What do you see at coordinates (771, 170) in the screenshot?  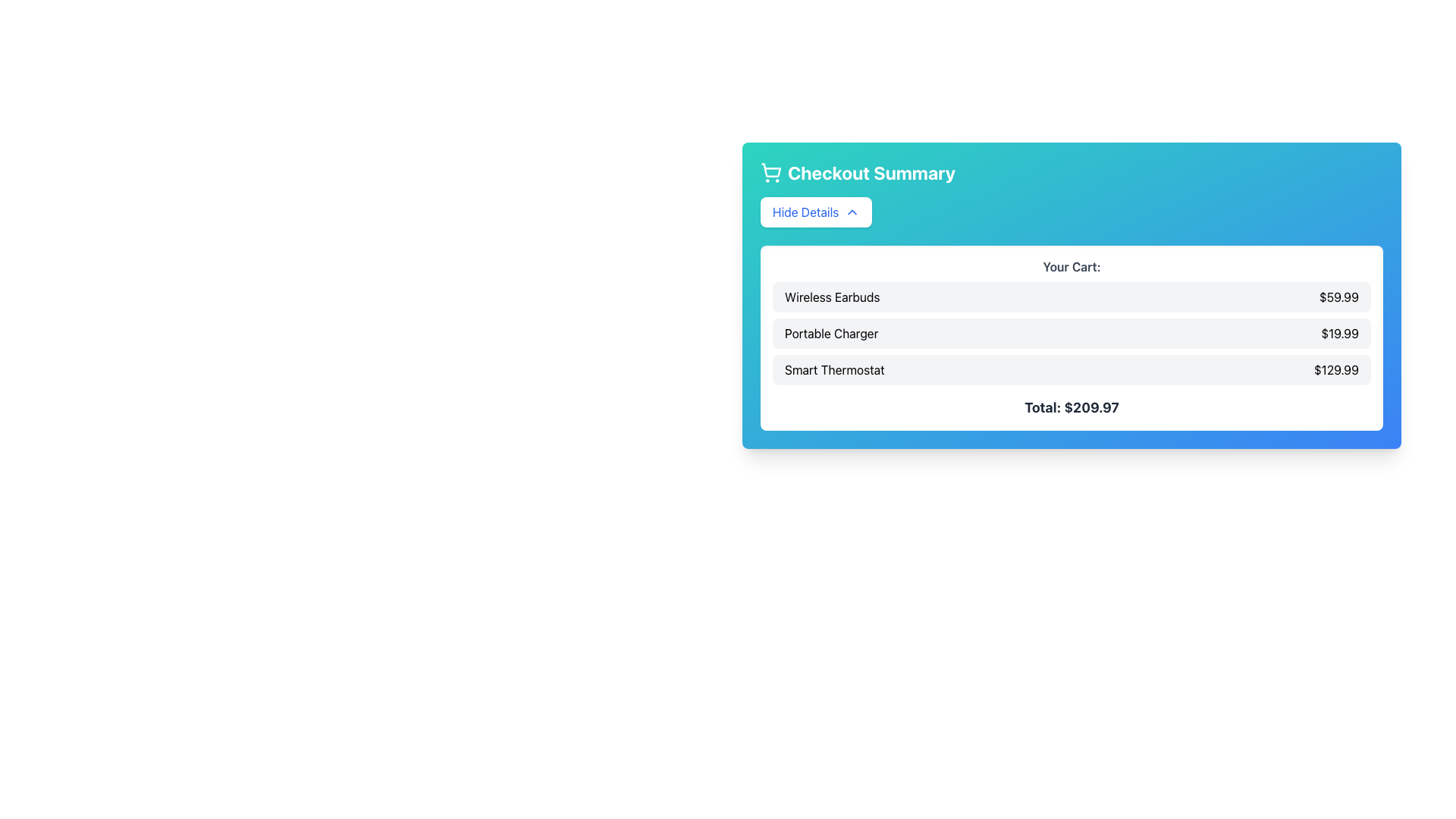 I see `the decorative visual element of the shopping cart icon located in the lower section of the icon, which is part of the checkout summary card` at bounding box center [771, 170].